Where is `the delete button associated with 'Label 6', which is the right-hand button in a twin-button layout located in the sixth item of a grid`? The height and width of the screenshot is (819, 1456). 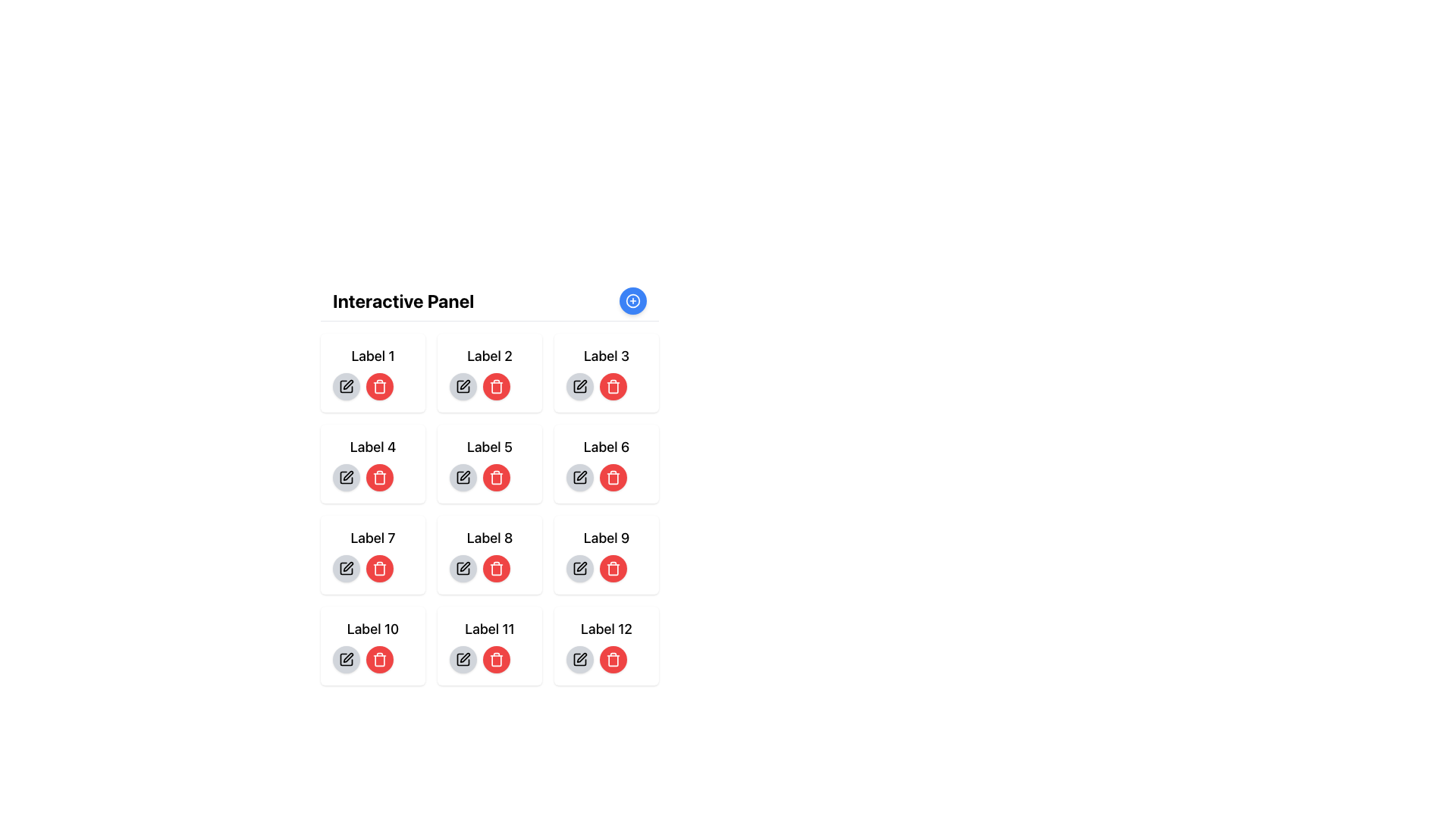
the delete button associated with 'Label 6', which is the right-hand button in a twin-button layout located in the sixth item of a grid is located at coordinates (607, 476).